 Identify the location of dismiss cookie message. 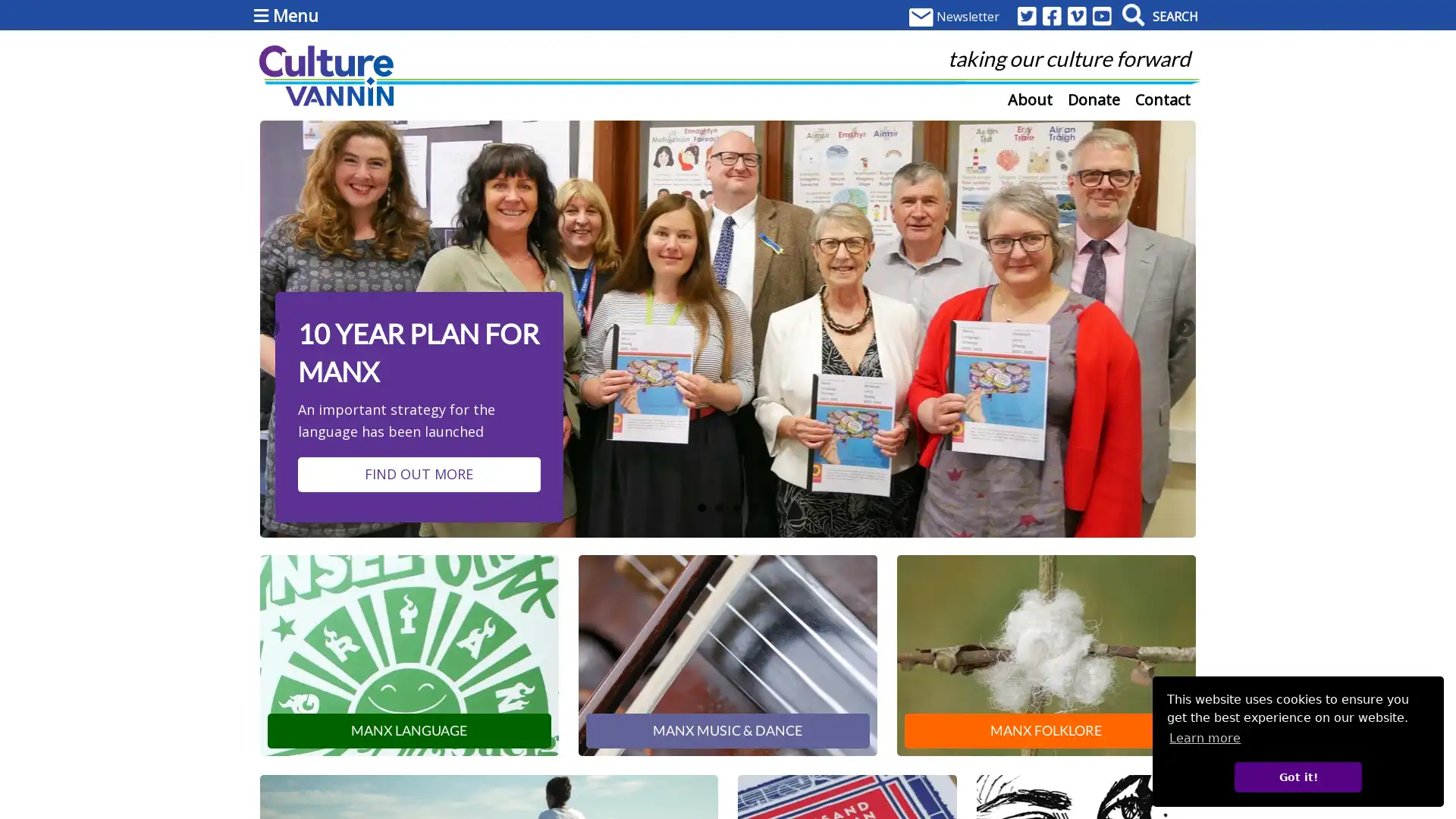
(1297, 777).